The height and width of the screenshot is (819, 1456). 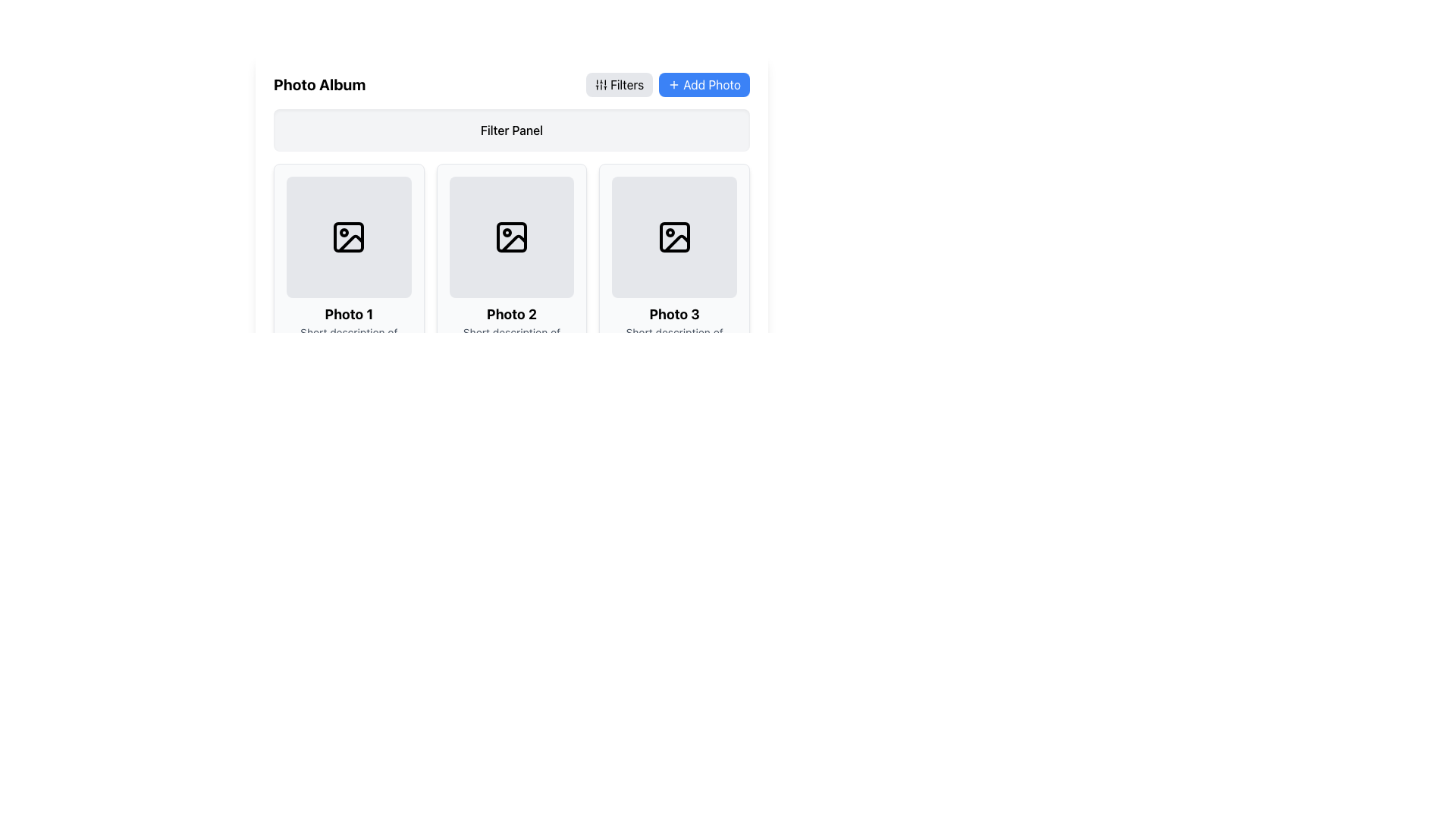 What do you see at coordinates (512, 130) in the screenshot?
I see `the 'Filter Panel' static text element which is a rectangular panel with rounded corners, light gray background, and bold centered text` at bounding box center [512, 130].